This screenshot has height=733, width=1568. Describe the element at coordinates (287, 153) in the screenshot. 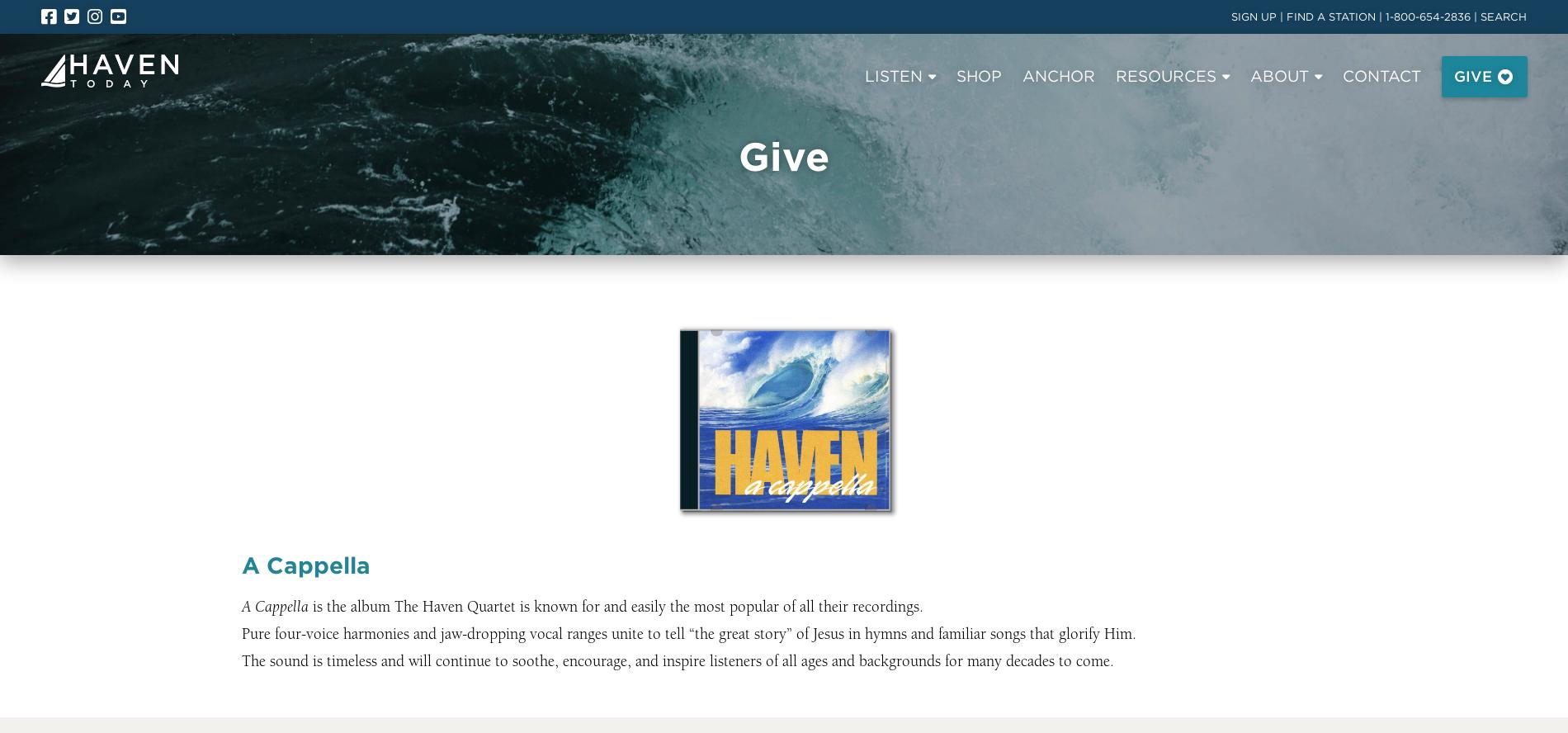

I see `'Find A Station'` at that location.